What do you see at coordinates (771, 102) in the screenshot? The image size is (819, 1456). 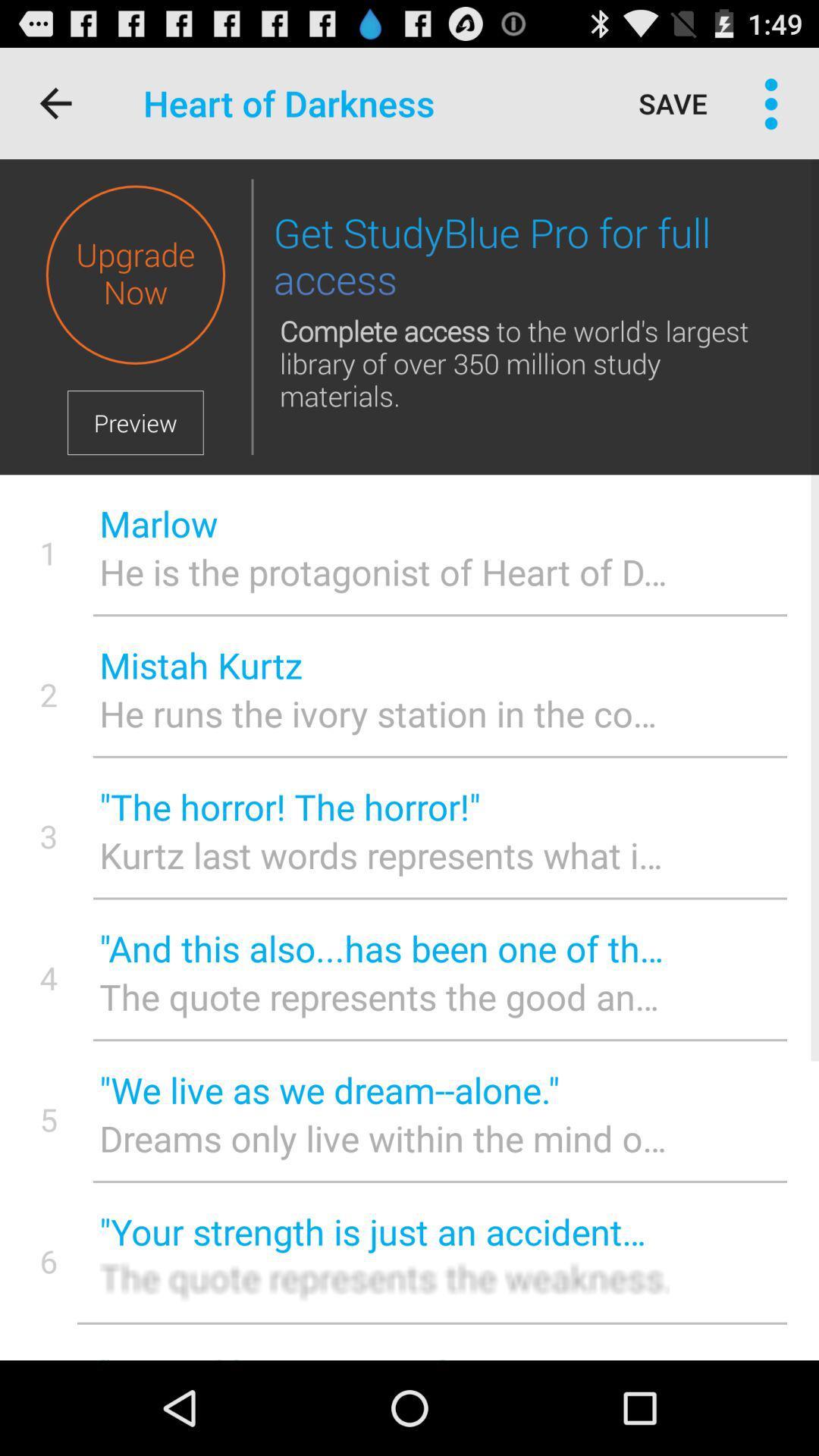 I see `the item next to save icon` at bounding box center [771, 102].